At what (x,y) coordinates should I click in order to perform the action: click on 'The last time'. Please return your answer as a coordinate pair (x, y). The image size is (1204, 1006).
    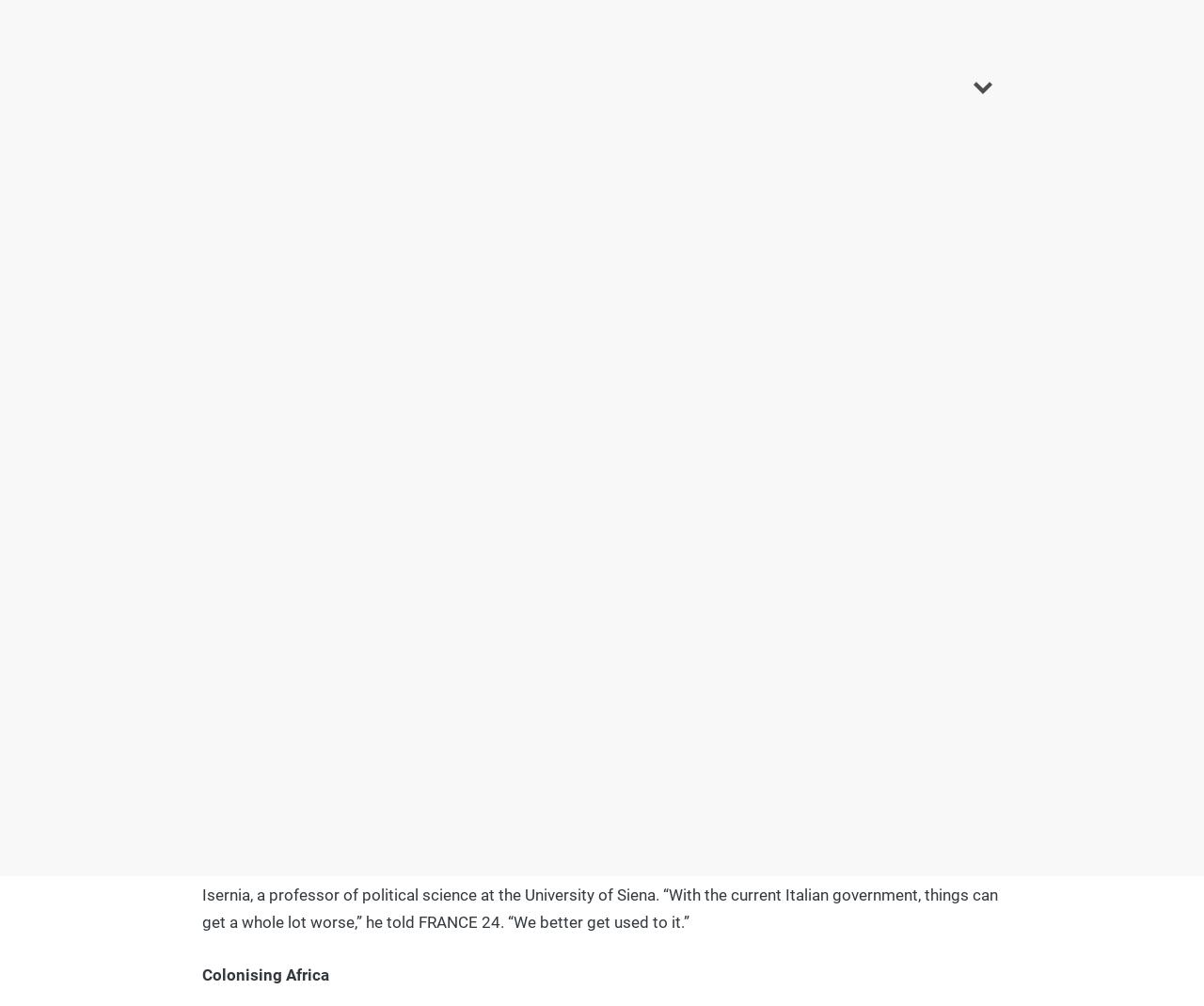
    Looking at the image, I should click on (248, 379).